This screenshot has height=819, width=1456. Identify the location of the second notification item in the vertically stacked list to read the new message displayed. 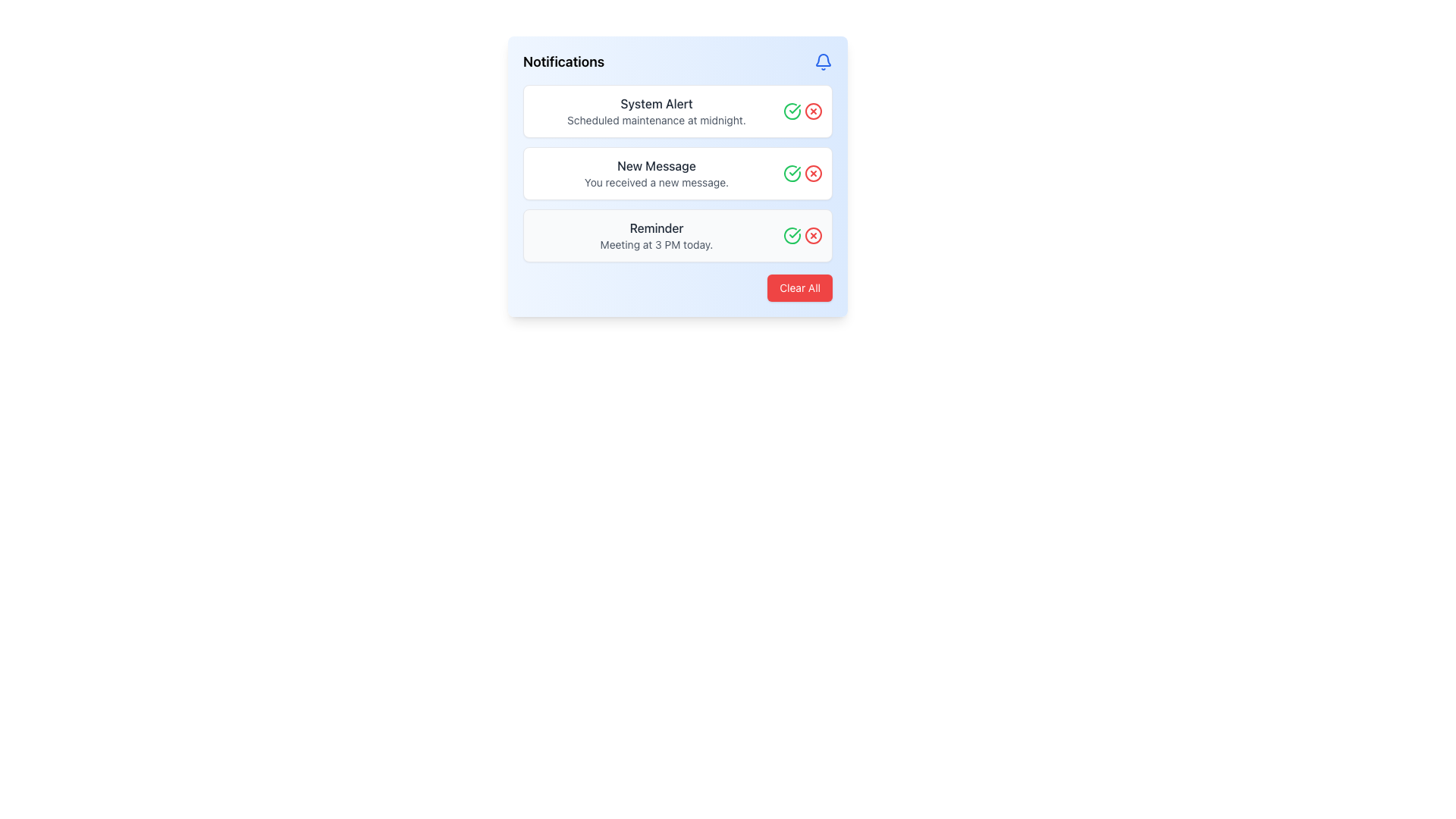
(656, 172).